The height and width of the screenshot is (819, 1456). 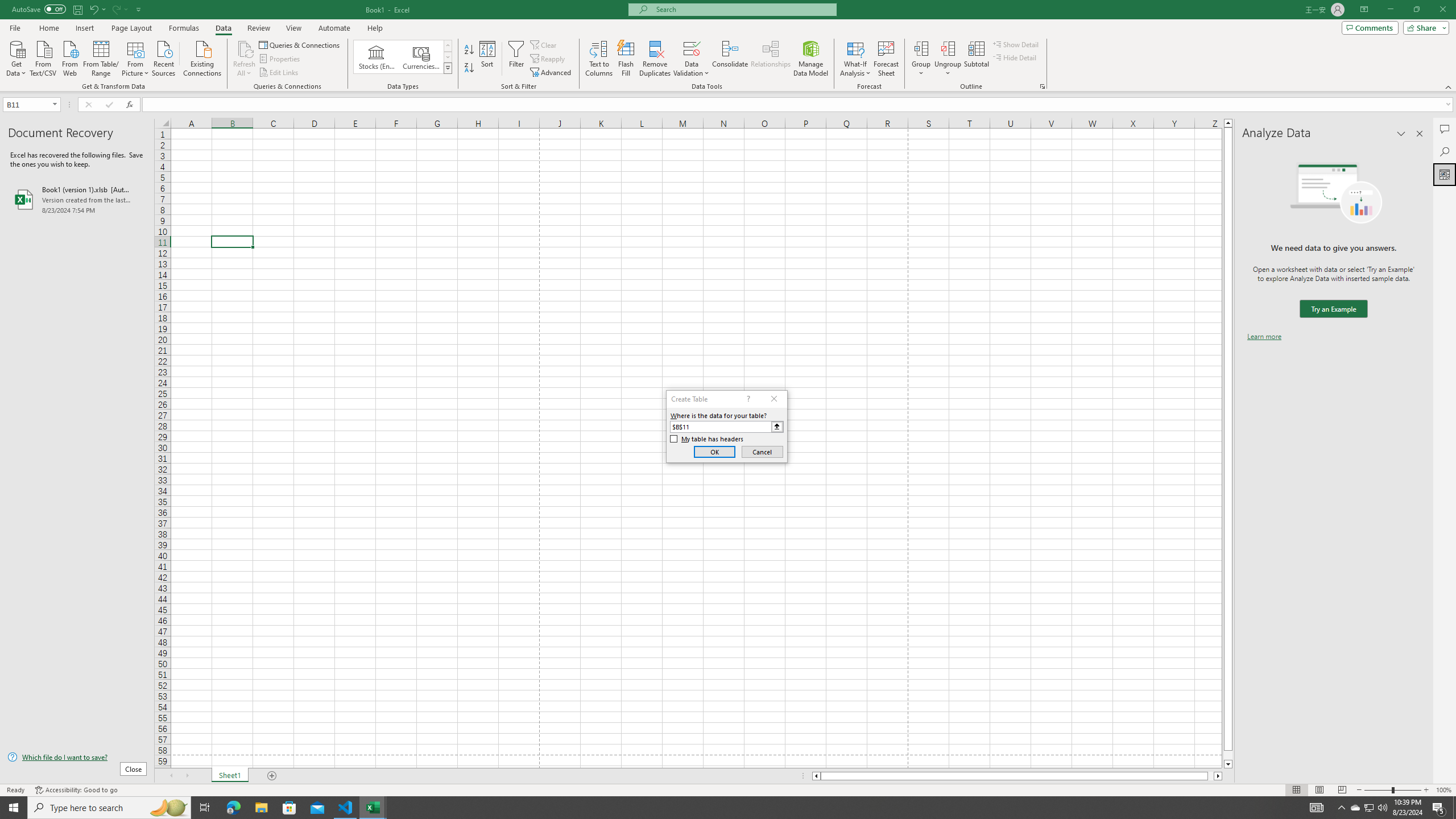 I want to click on 'Group...', so click(x=921, y=48).